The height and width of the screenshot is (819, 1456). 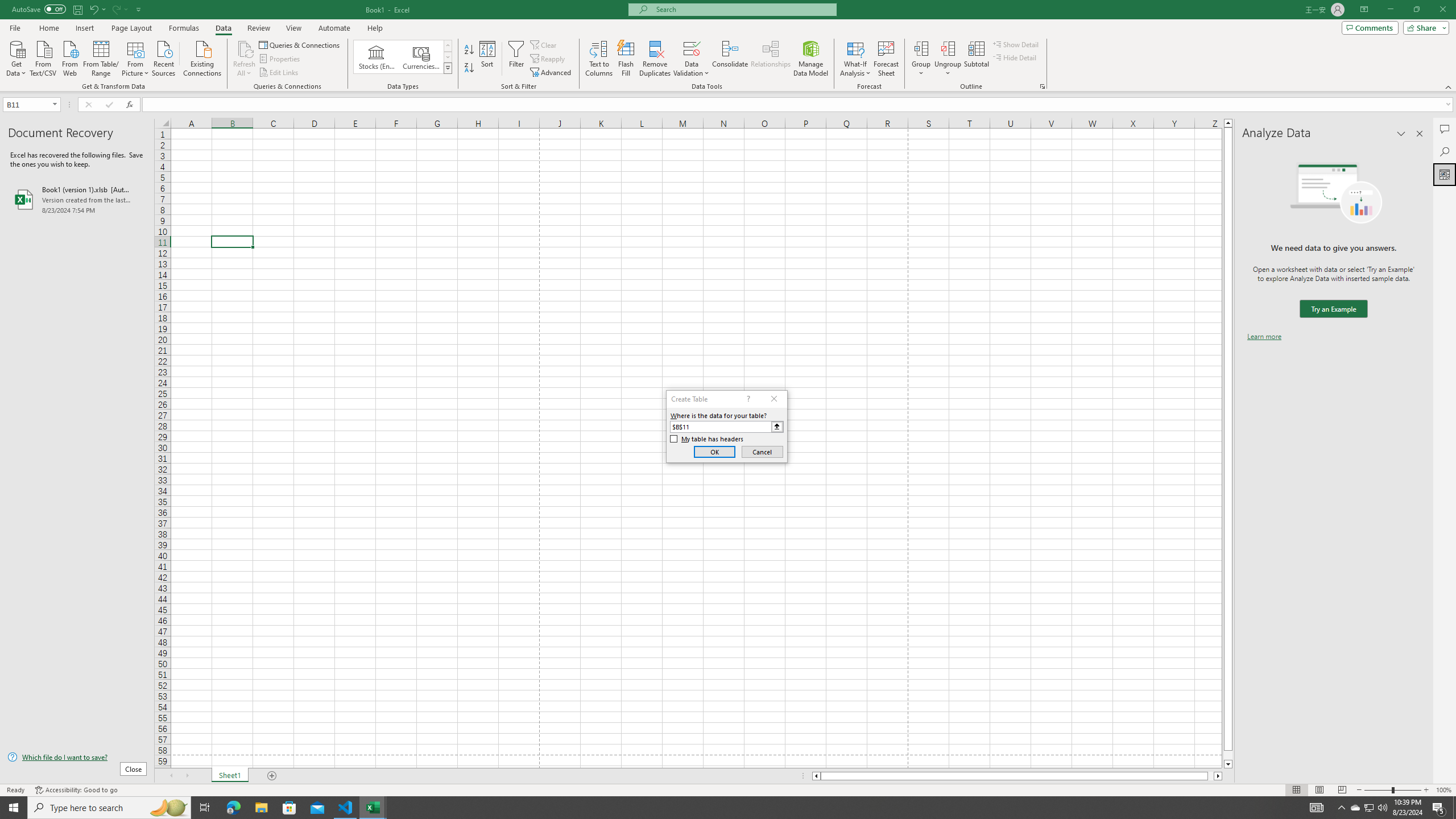 I want to click on 'Group...', so click(x=921, y=48).